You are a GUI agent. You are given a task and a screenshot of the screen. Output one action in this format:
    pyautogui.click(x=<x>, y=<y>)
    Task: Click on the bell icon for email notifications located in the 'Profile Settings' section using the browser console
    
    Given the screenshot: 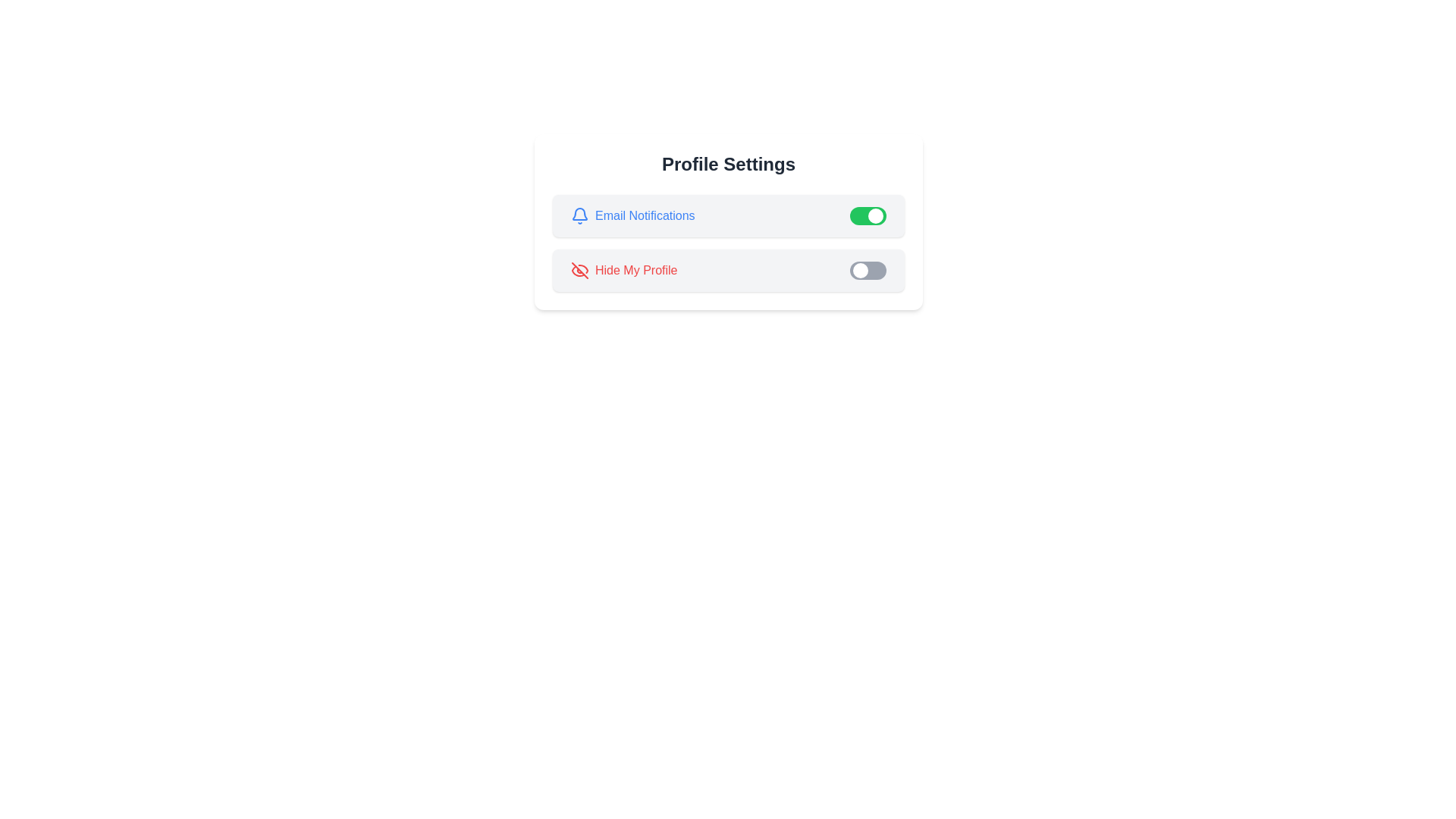 What is the action you would take?
    pyautogui.click(x=579, y=214)
    